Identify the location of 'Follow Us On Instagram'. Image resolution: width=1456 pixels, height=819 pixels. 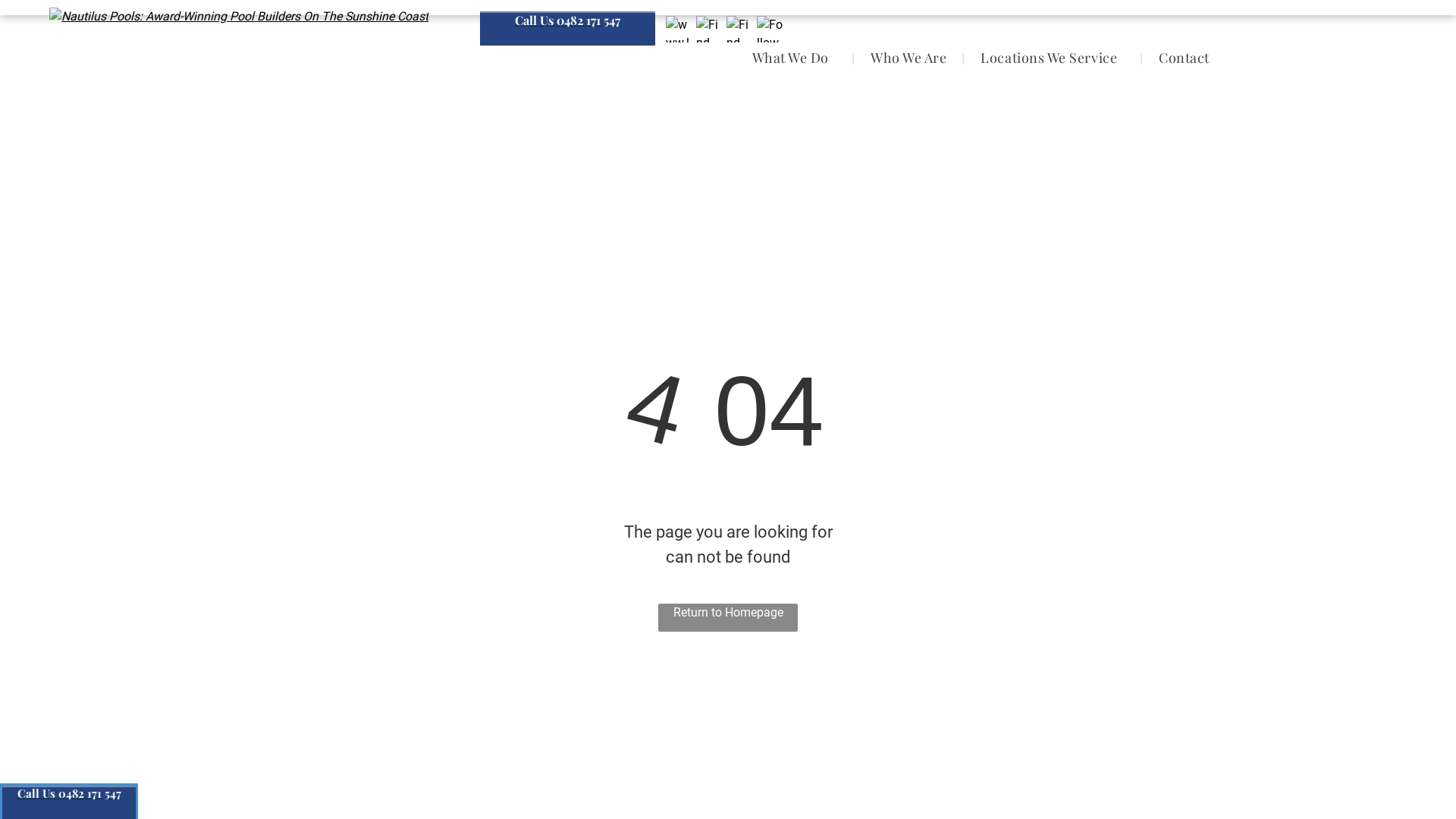
(770, 29).